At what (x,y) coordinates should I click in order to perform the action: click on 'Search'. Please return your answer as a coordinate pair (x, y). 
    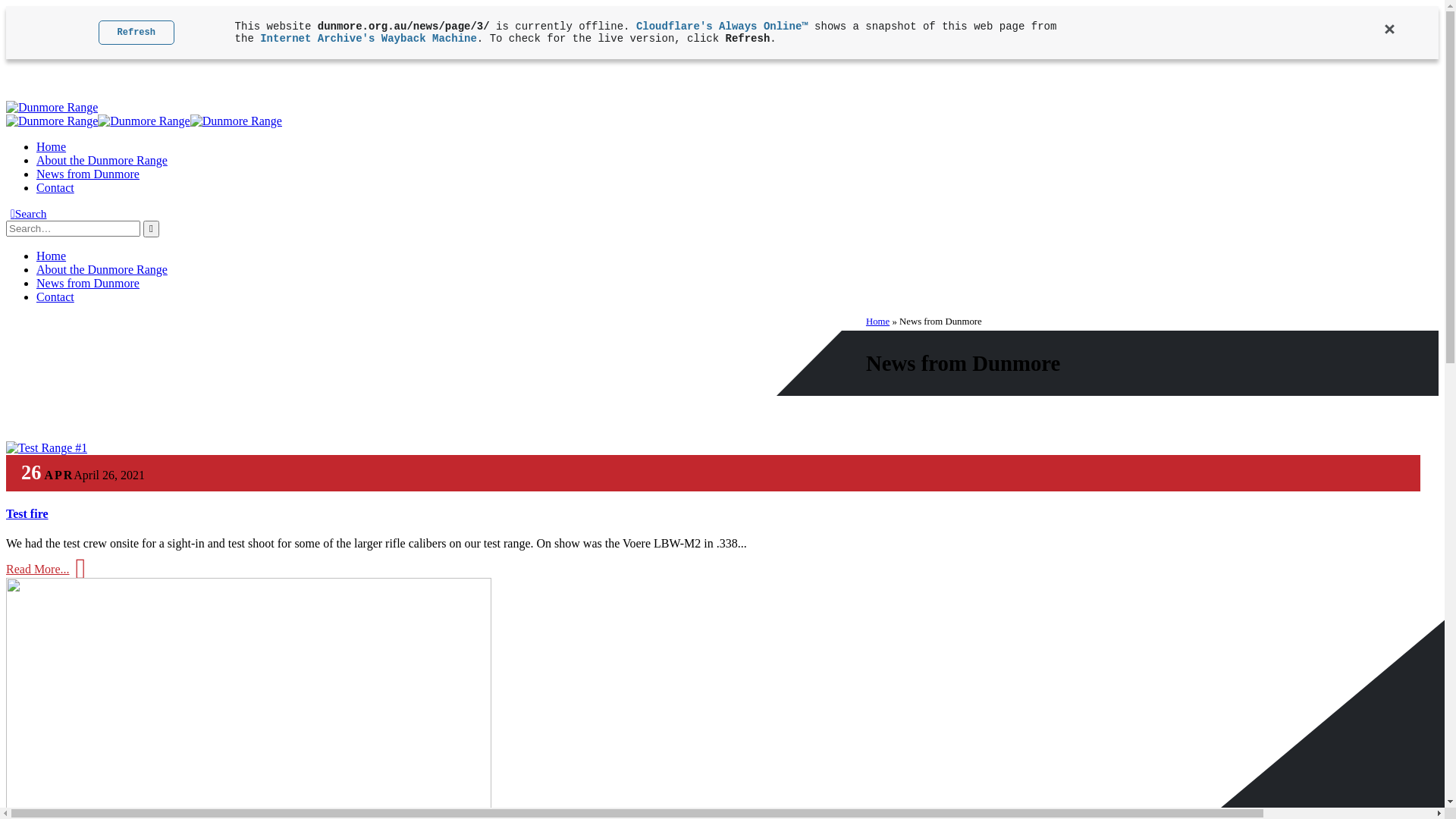
    Looking at the image, I should click on (151, 228).